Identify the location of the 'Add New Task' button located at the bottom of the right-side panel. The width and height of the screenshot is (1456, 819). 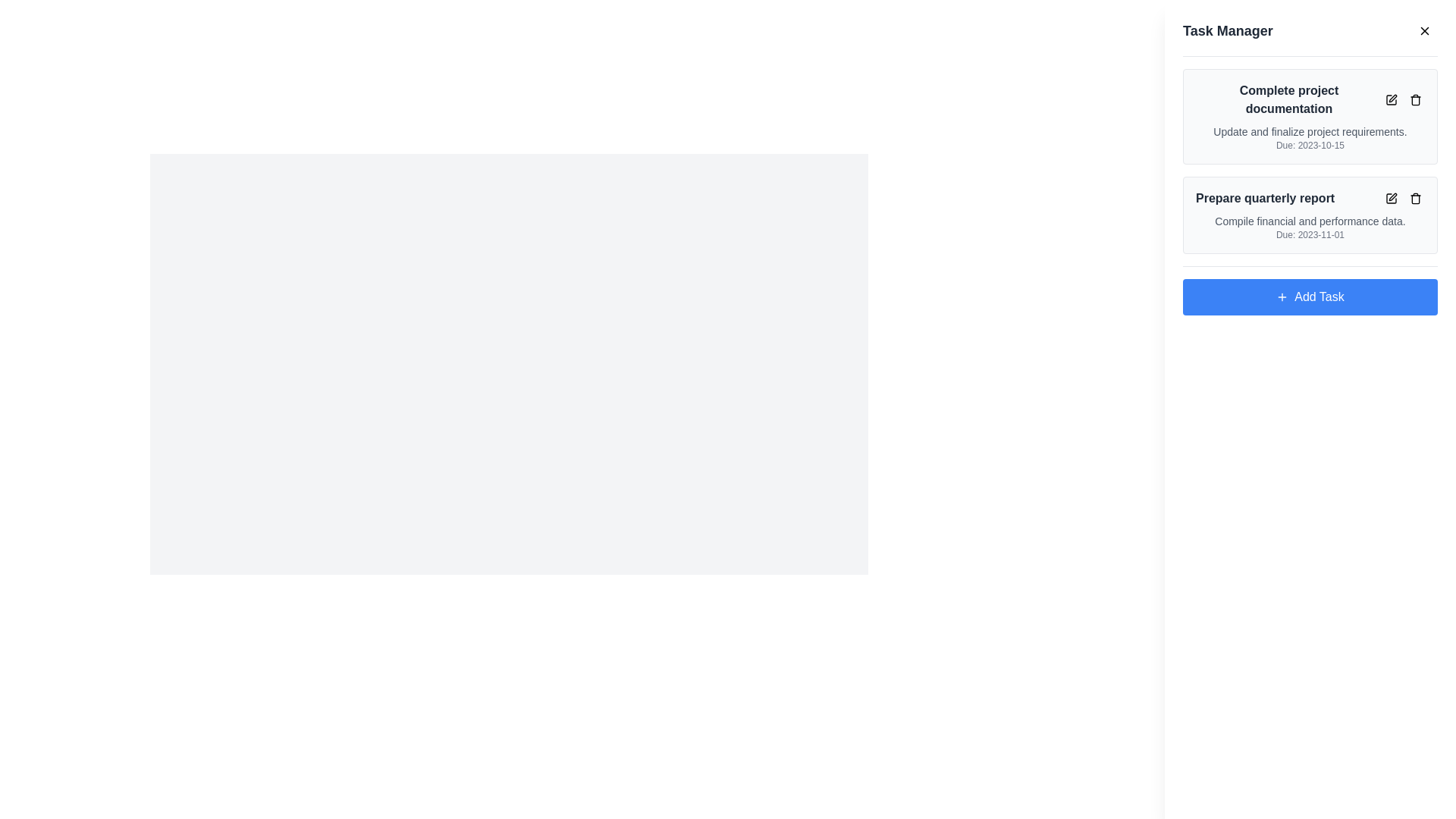
(1310, 297).